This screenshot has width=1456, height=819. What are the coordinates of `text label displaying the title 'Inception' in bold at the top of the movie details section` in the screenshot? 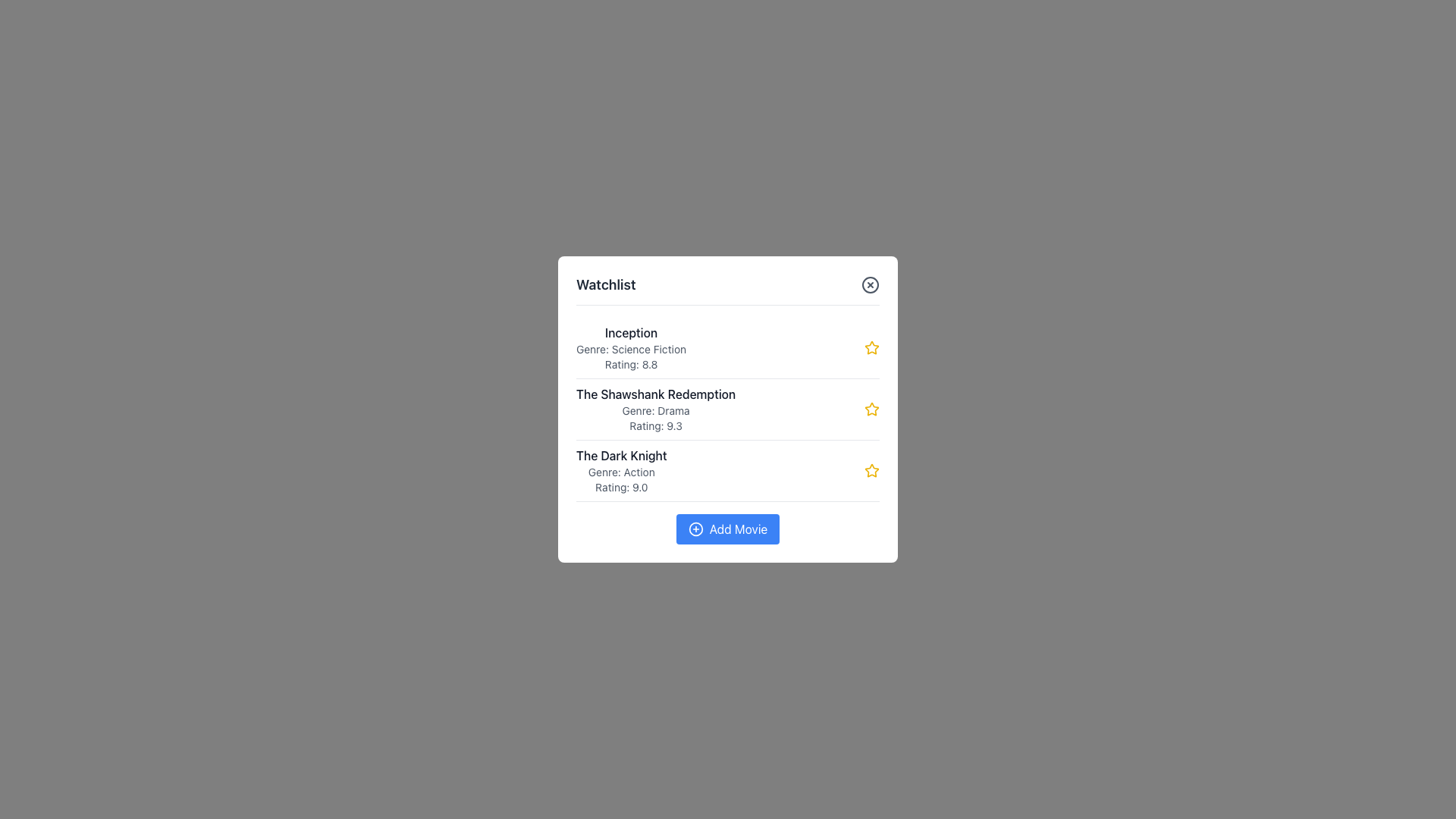 It's located at (631, 332).